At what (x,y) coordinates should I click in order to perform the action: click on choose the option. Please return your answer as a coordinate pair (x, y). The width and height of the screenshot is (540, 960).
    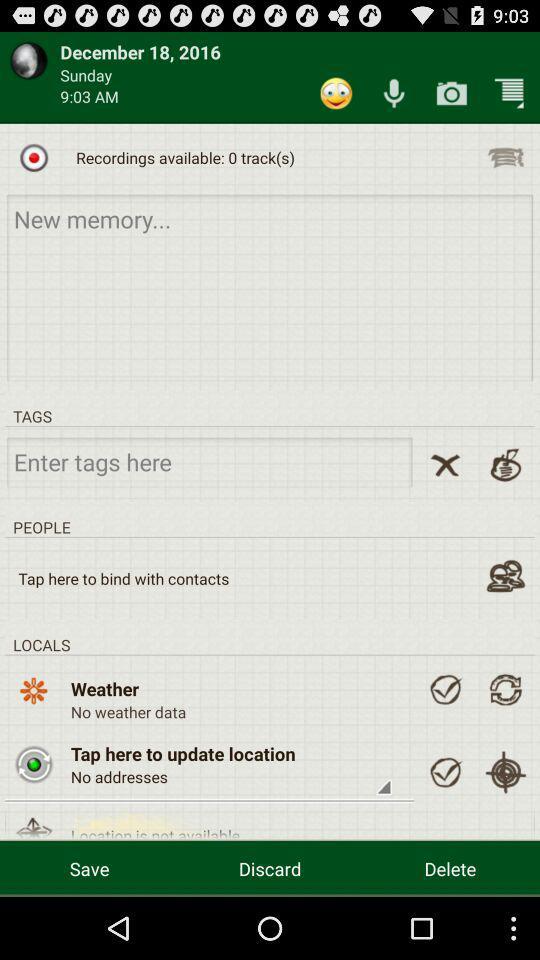
    Looking at the image, I should click on (33, 822).